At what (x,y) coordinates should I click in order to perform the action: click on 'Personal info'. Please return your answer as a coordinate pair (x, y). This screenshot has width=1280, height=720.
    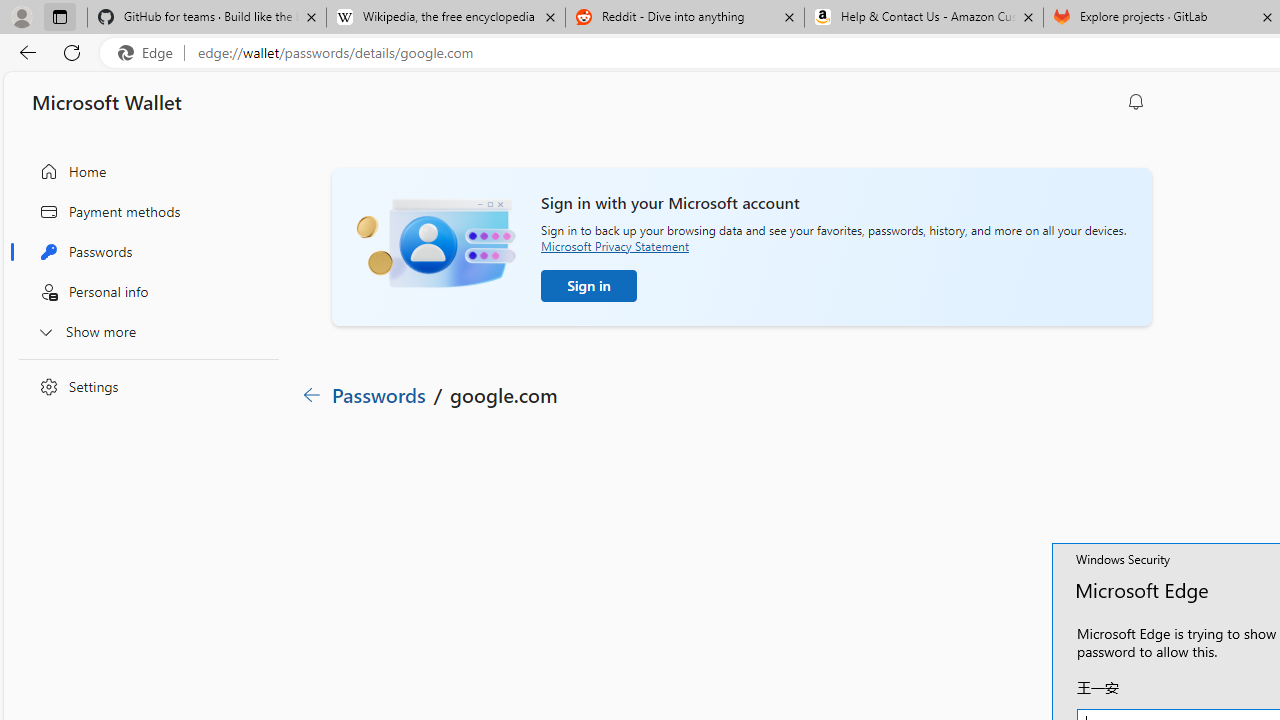
    Looking at the image, I should click on (143, 292).